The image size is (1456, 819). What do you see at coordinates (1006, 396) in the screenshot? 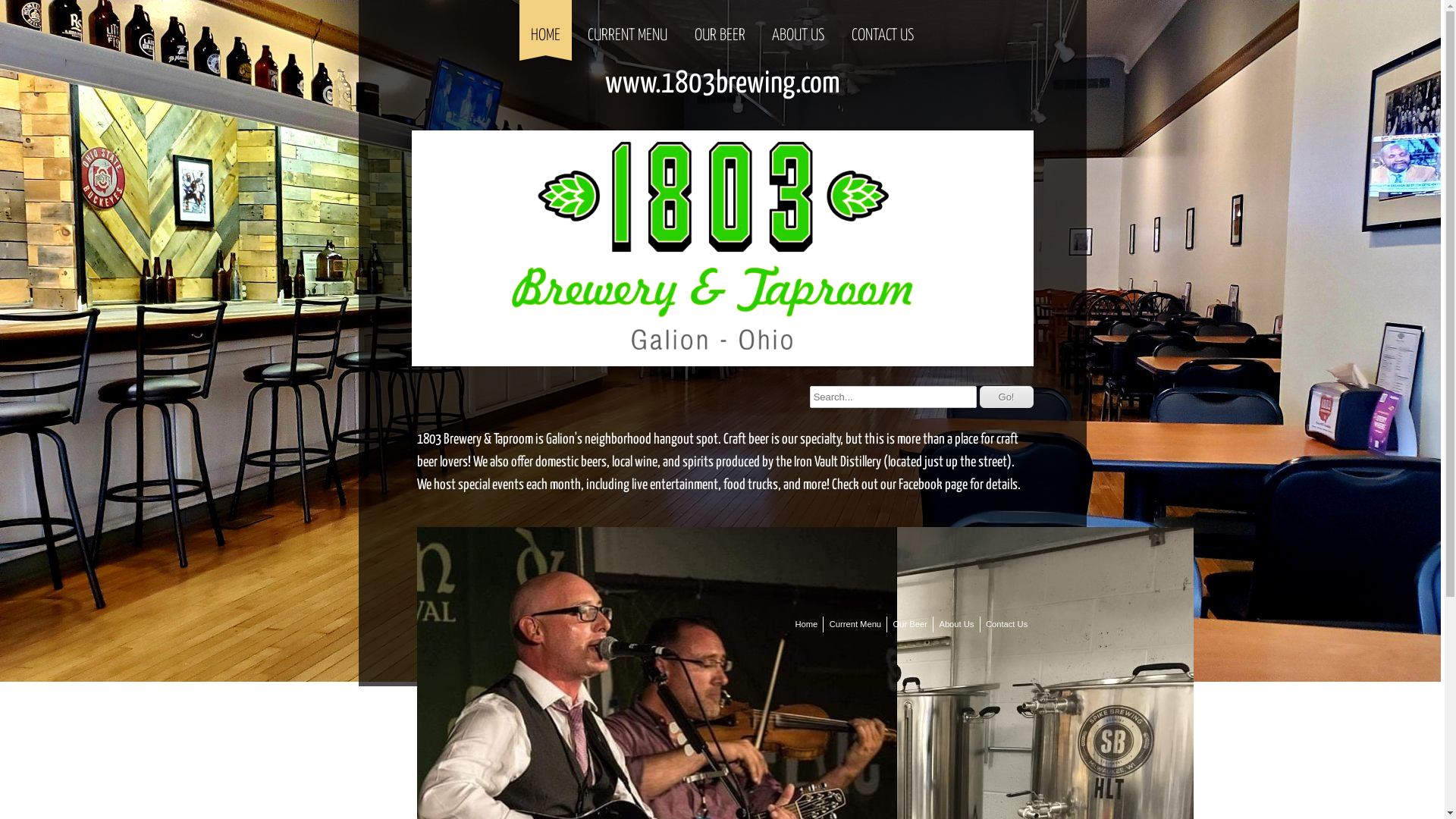
I see `'Go!'` at bounding box center [1006, 396].